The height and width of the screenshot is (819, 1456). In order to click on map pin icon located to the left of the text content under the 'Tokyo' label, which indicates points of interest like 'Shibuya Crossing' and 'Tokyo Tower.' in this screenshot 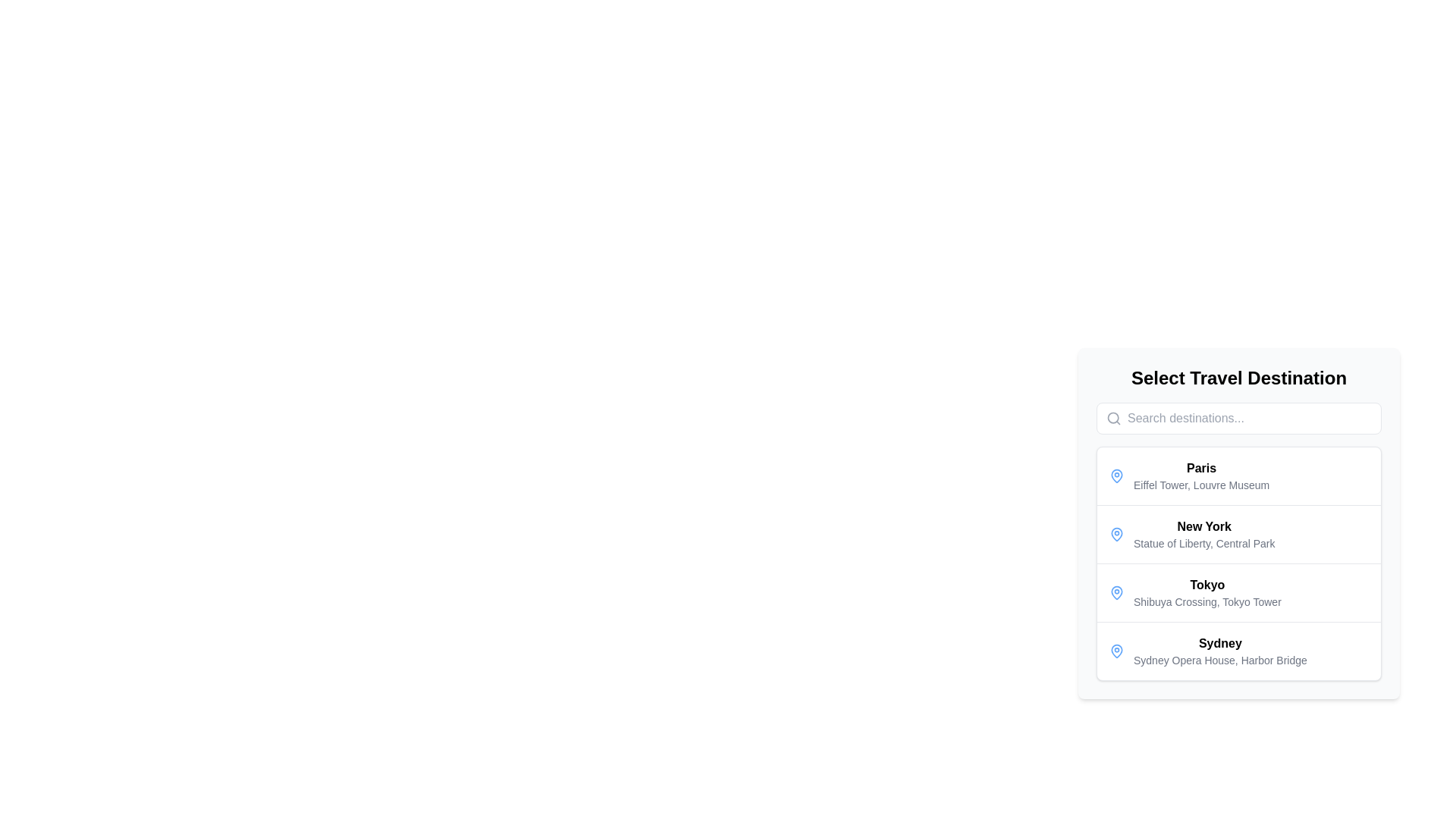, I will do `click(1117, 592)`.